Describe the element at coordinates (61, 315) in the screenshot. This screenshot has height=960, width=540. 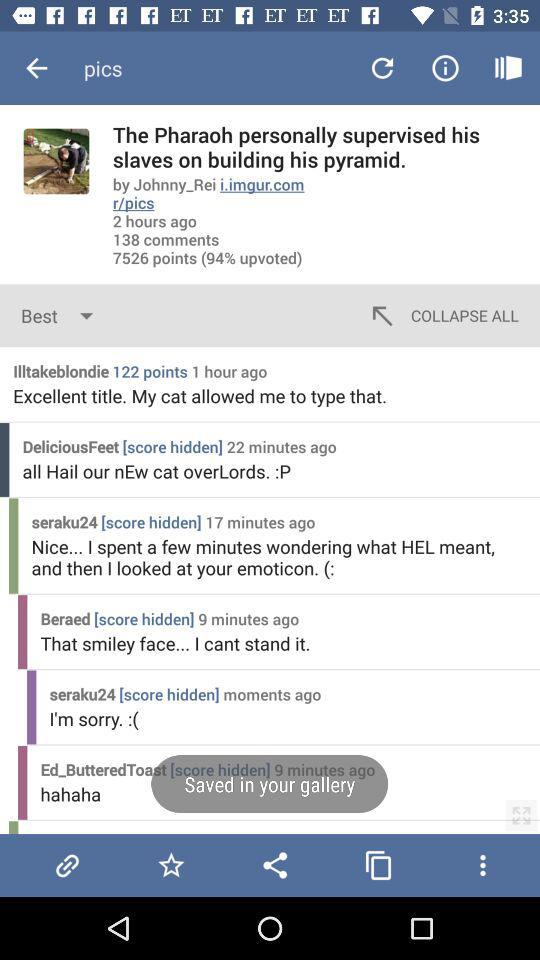
I see `the item next to the collapse all item` at that location.